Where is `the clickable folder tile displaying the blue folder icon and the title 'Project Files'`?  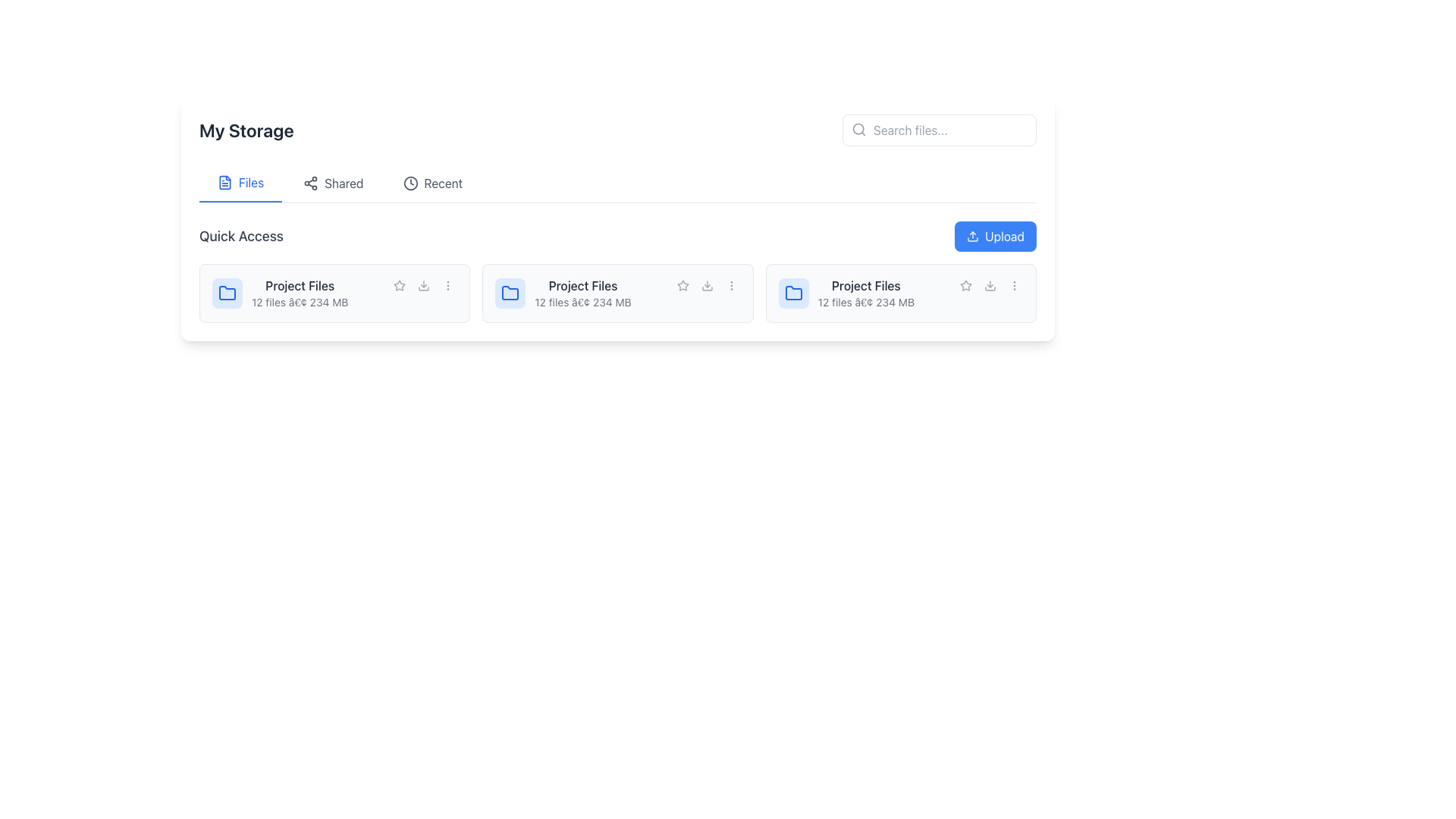
the clickable folder tile displaying the blue folder icon and the title 'Project Files' is located at coordinates (618, 293).